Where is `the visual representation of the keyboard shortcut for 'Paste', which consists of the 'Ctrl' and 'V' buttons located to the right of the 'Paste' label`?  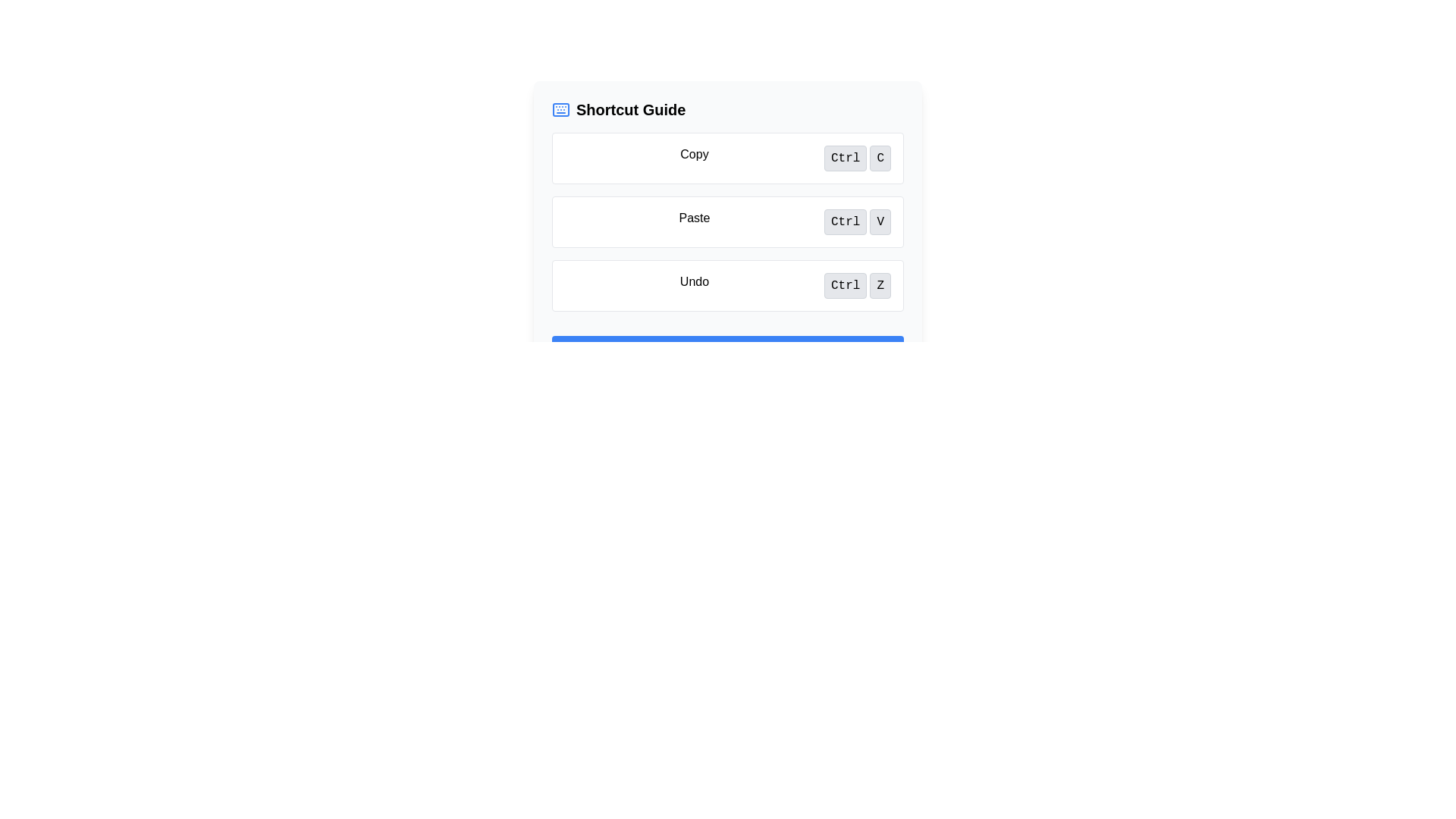
the visual representation of the keyboard shortcut for 'Paste', which consists of the 'Ctrl' and 'V' buttons located to the right of the 'Paste' label is located at coordinates (858, 222).